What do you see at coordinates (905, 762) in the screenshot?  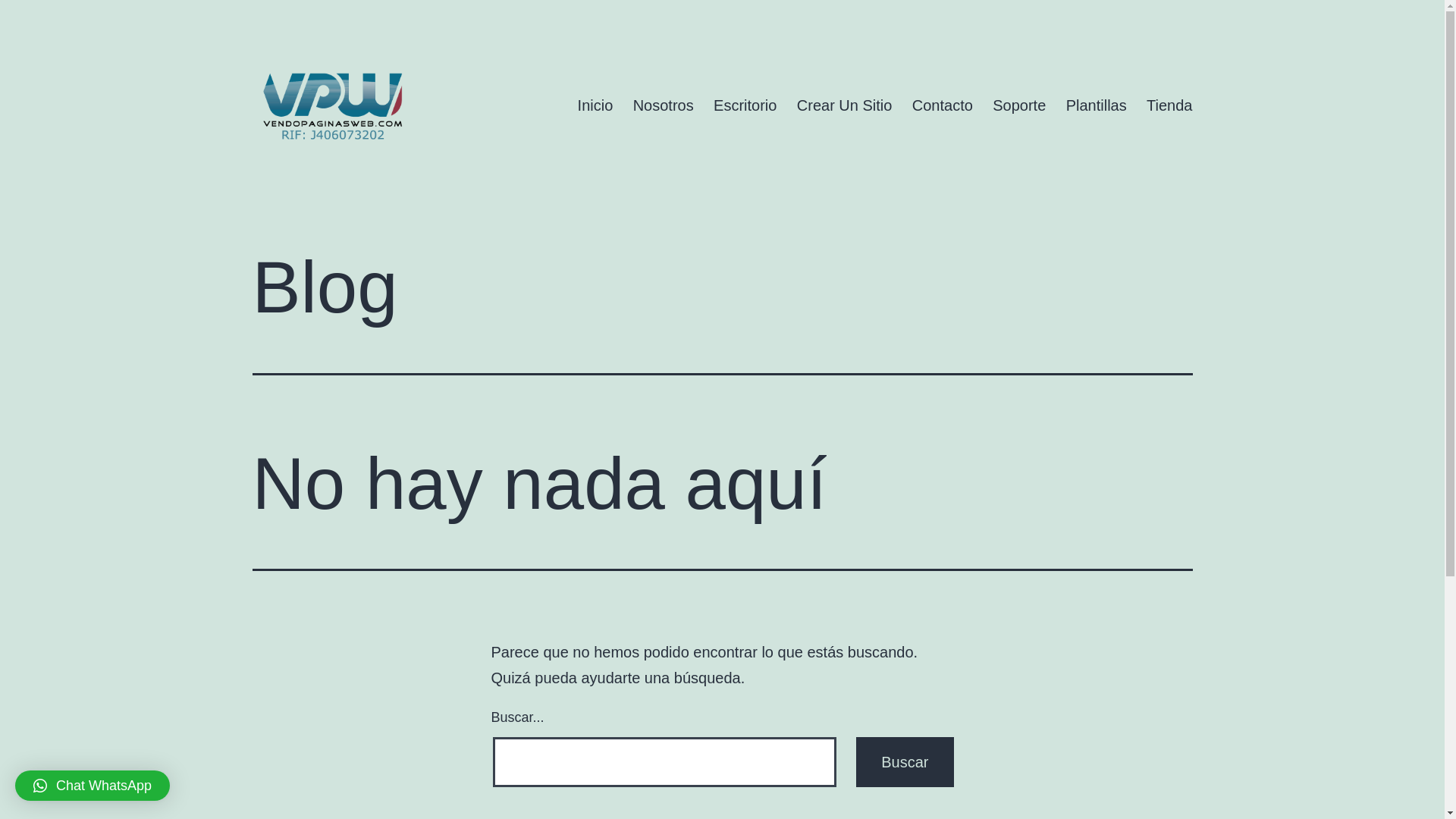 I see `'Buscar'` at bounding box center [905, 762].